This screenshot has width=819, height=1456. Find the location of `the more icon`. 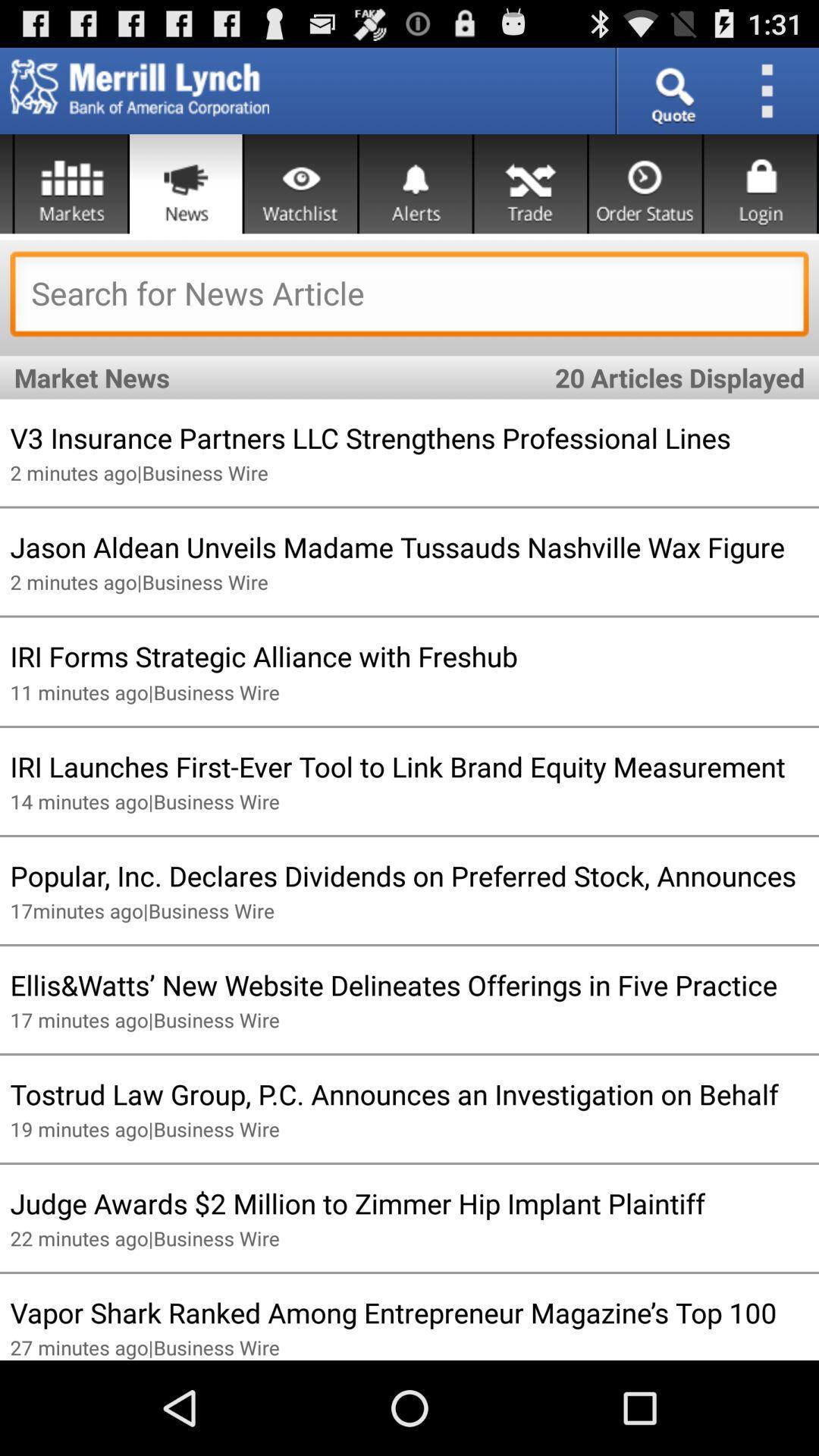

the more icon is located at coordinates (772, 96).